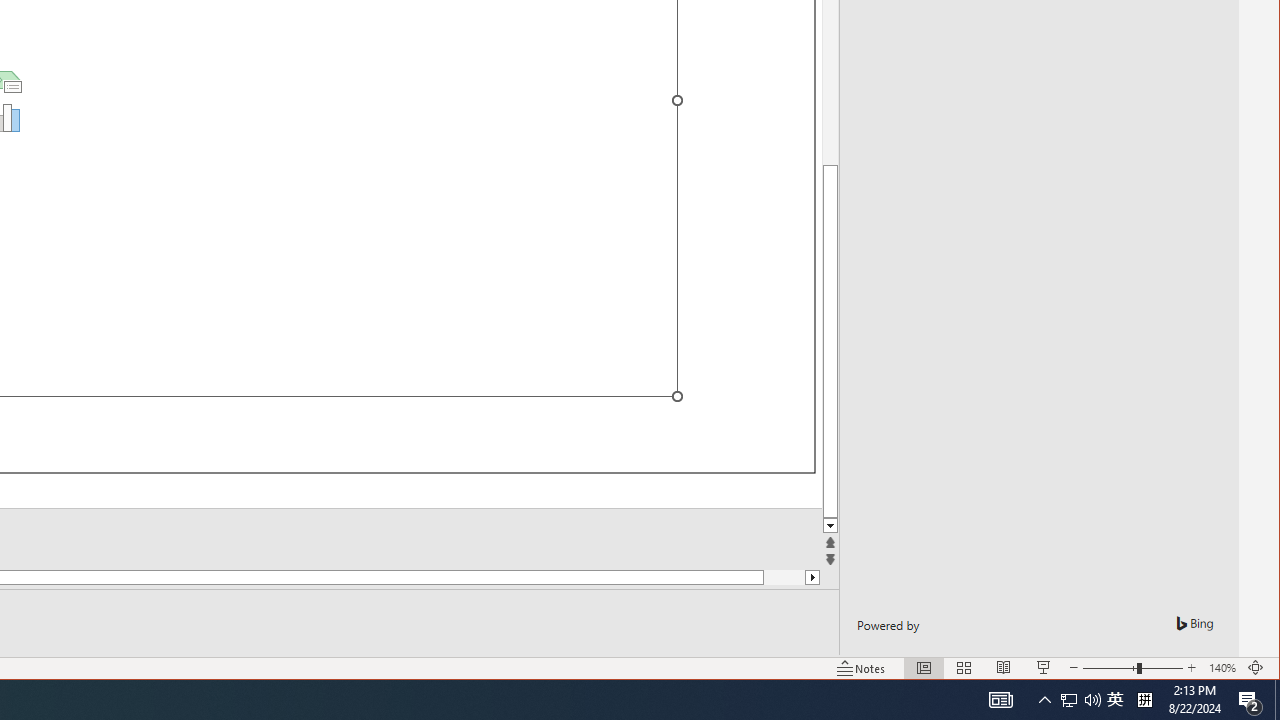 This screenshot has height=720, width=1280. Describe the element at coordinates (1221, 668) in the screenshot. I see `'Zoom 140%'` at that location.